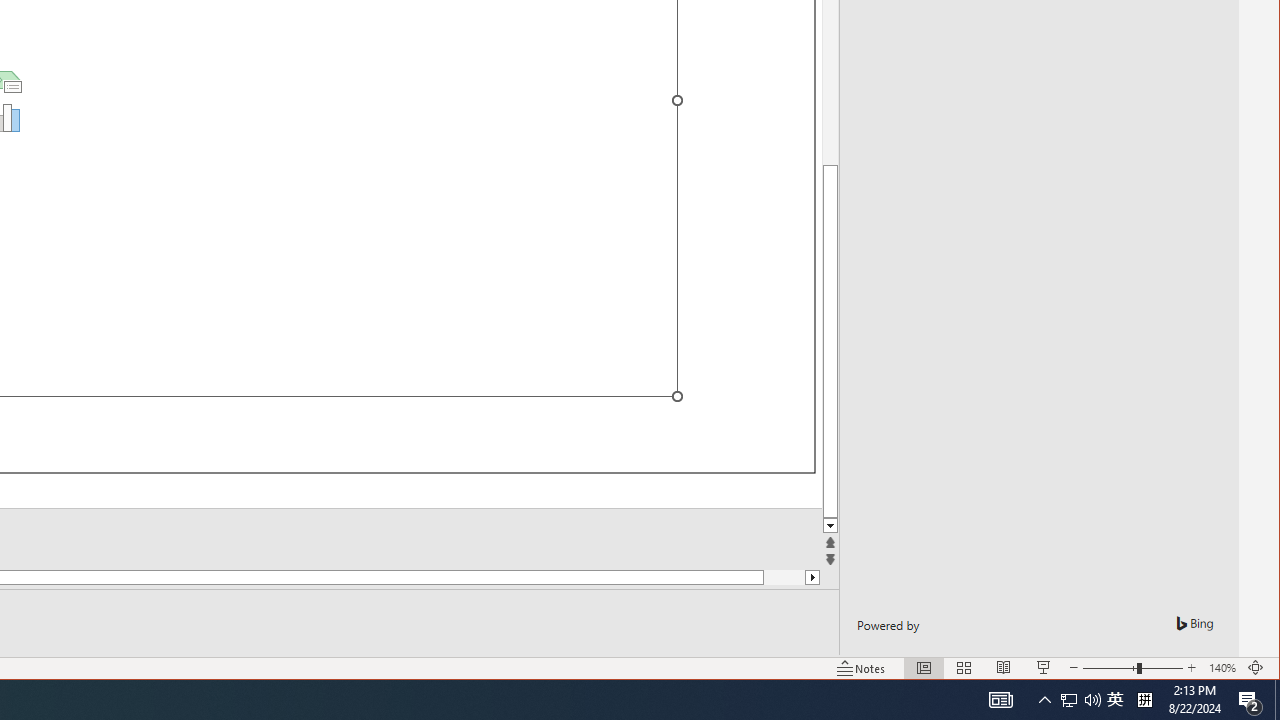 This screenshot has height=720, width=1280. Describe the element at coordinates (1221, 668) in the screenshot. I see `'Zoom 140%'` at that location.